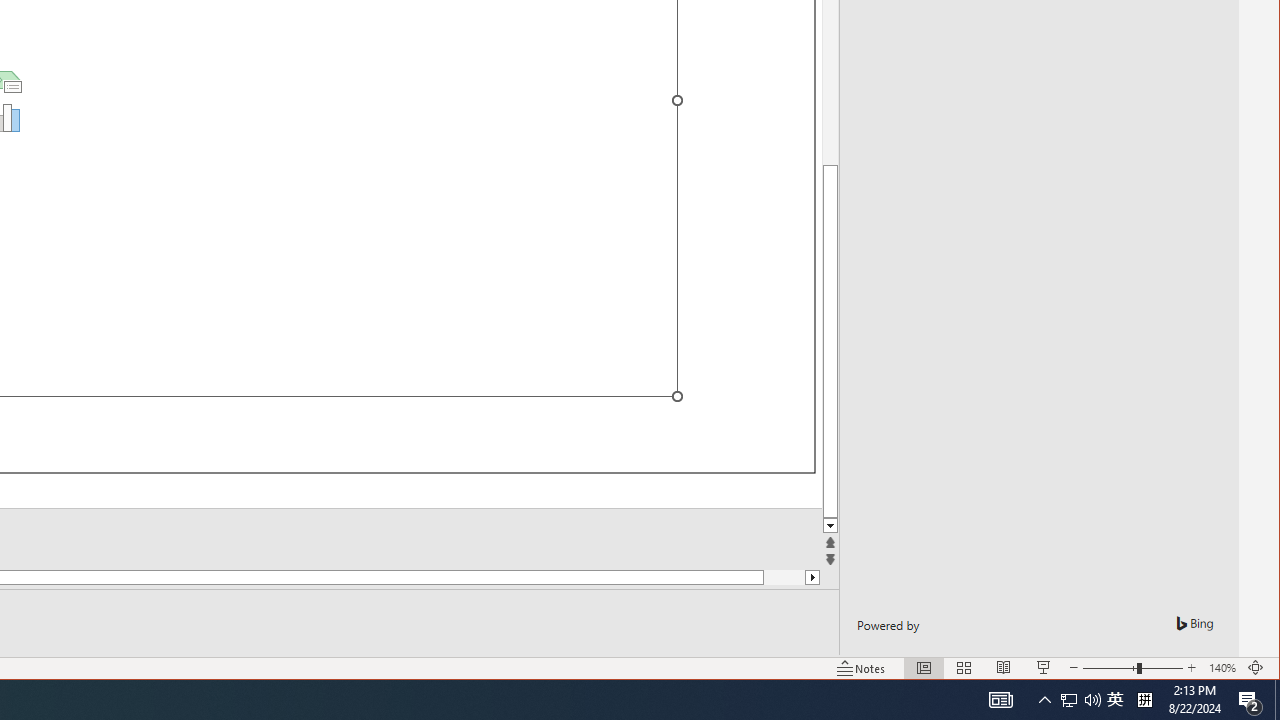 This screenshot has height=720, width=1280. Describe the element at coordinates (1221, 668) in the screenshot. I see `'Zoom 140%'` at that location.